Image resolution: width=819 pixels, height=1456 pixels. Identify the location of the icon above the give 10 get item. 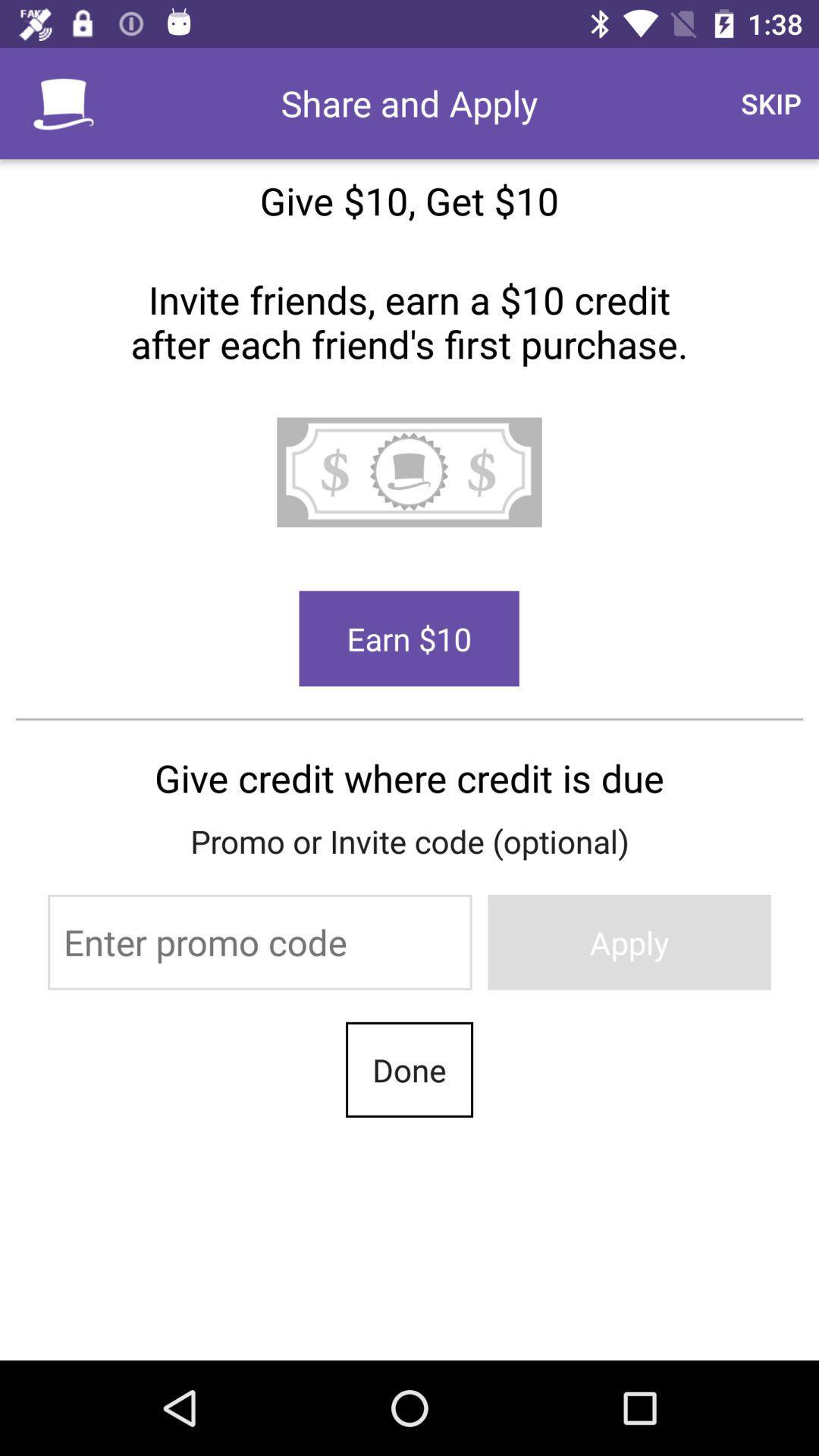
(771, 102).